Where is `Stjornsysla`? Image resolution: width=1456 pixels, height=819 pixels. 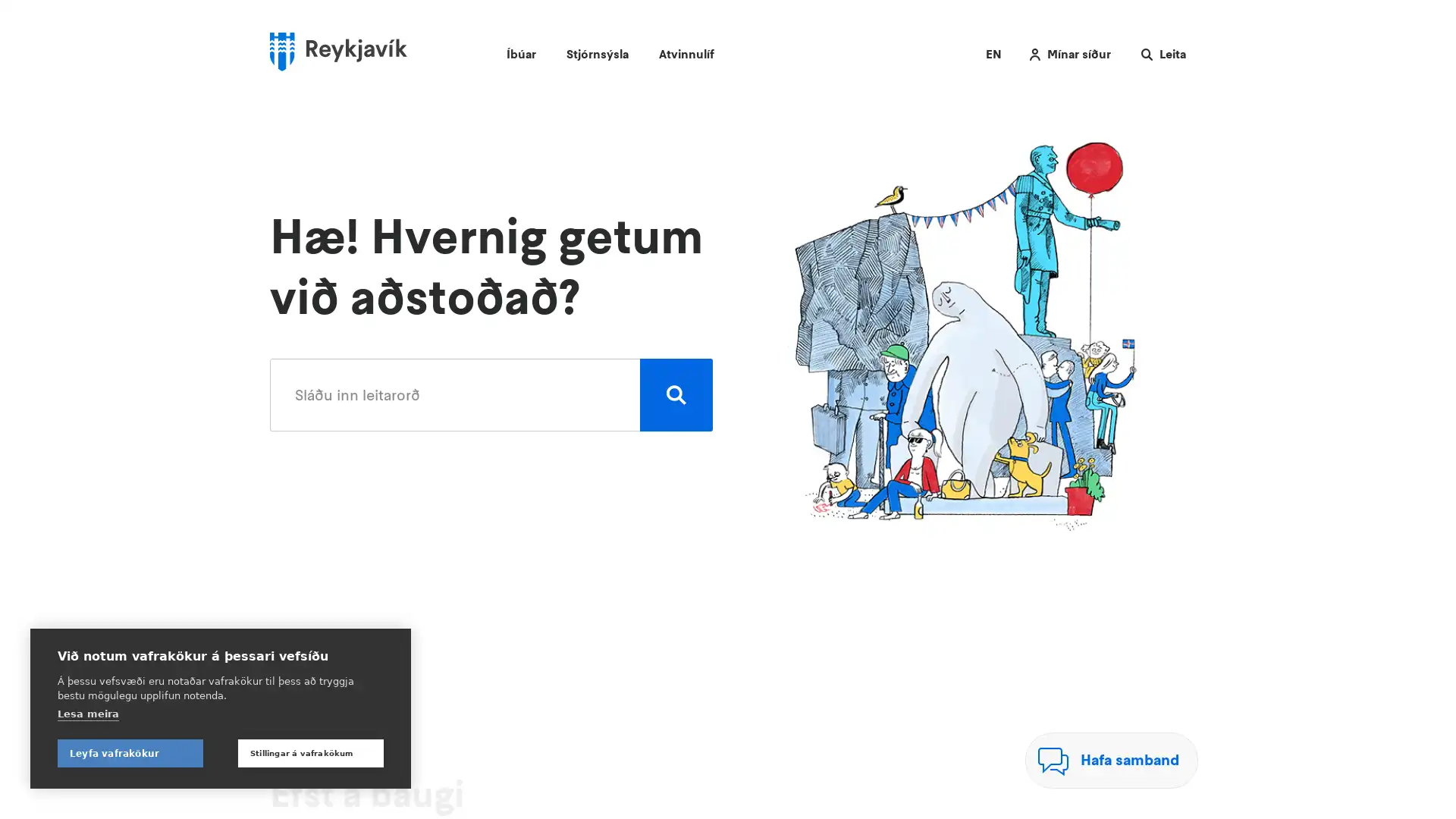
Stjornsysla is located at coordinates (596, 51).